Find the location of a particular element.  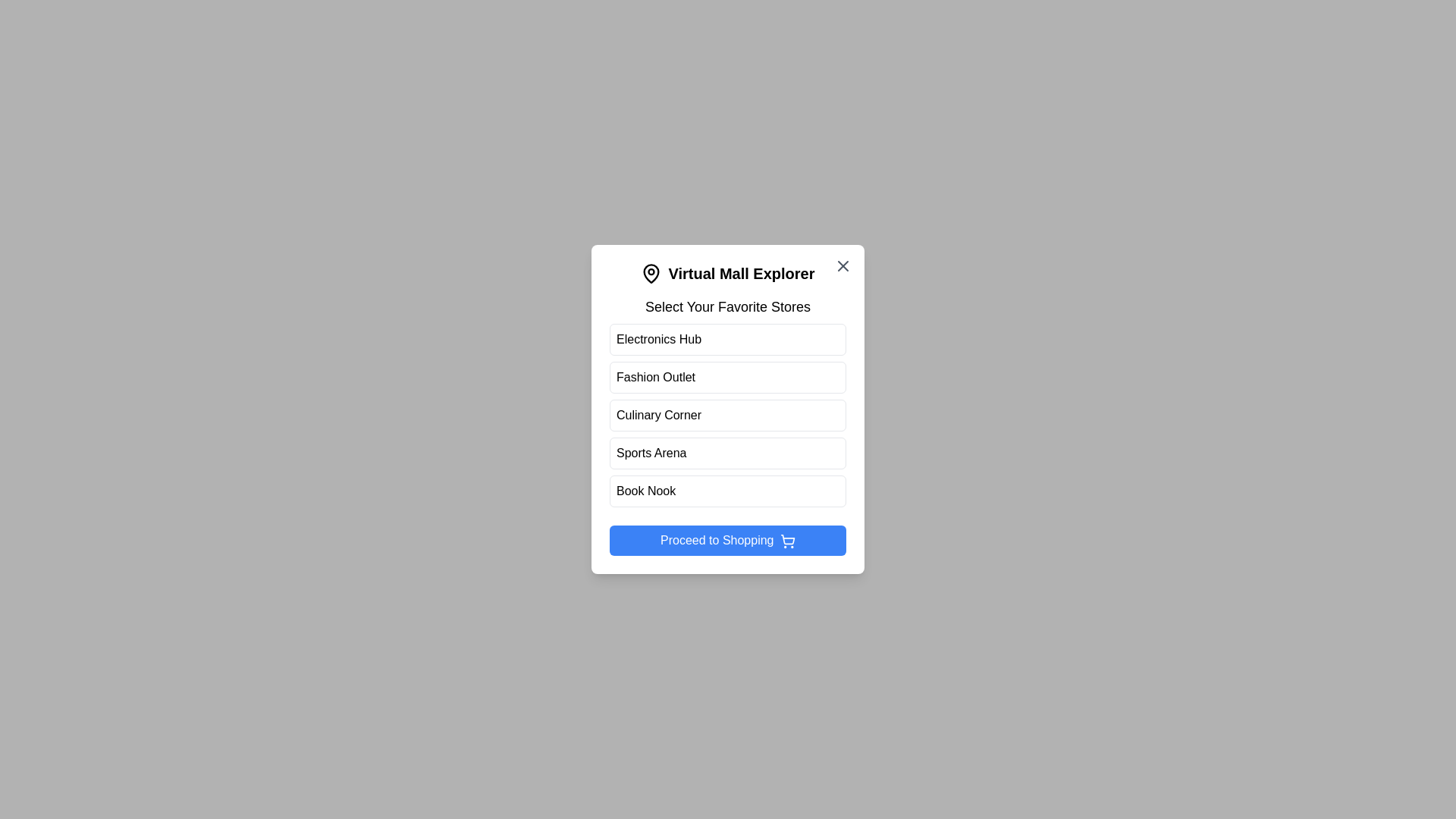

the close icon represented by a small diagonal cross (X) located at the top-right corner of the 'Virtual Mall Explorer' card is located at coordinates (843, 265).